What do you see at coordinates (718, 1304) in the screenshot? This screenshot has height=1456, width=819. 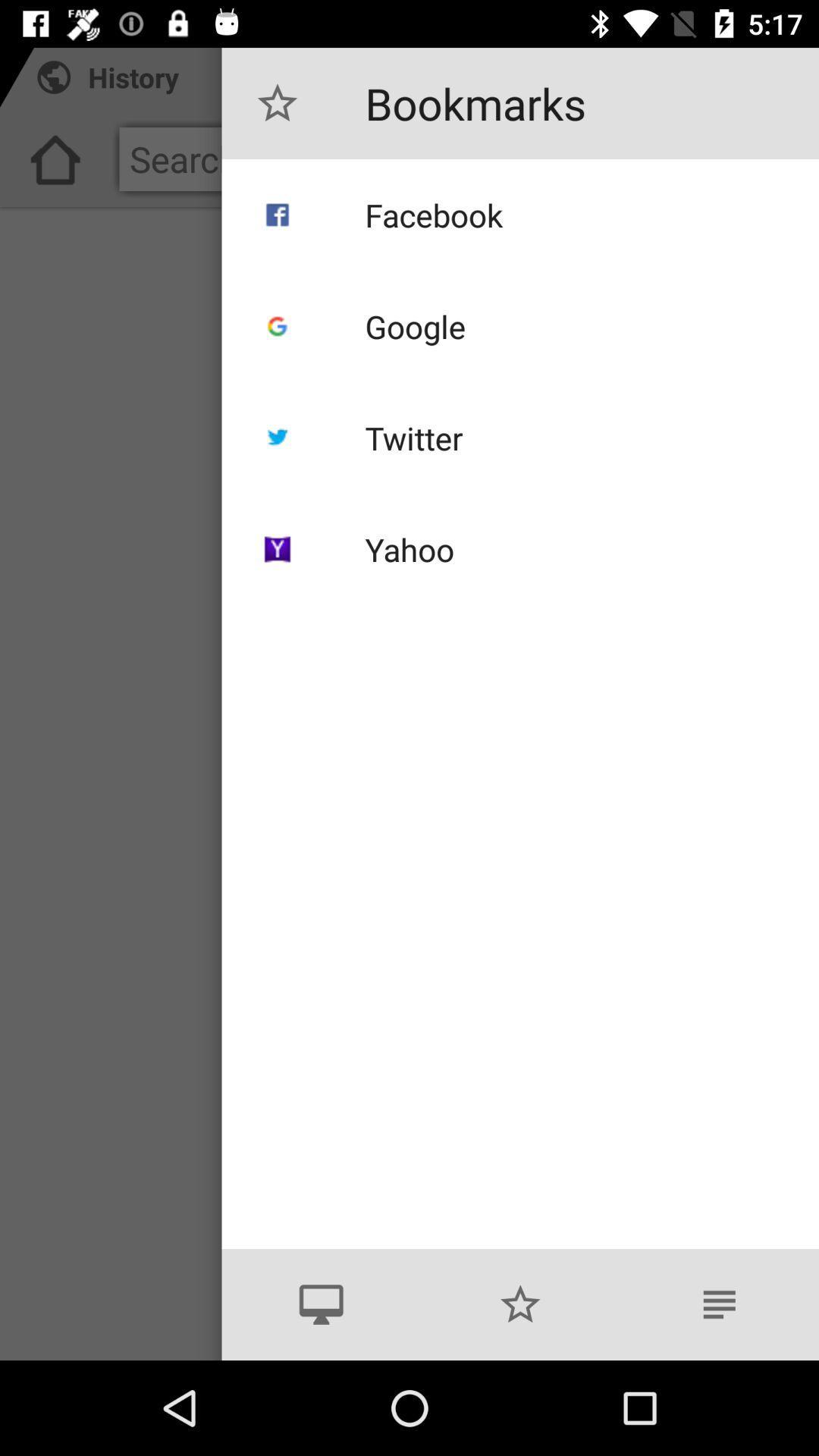 I see `menu which is bottom right corner of the page` at bounding box center [718, 1304].